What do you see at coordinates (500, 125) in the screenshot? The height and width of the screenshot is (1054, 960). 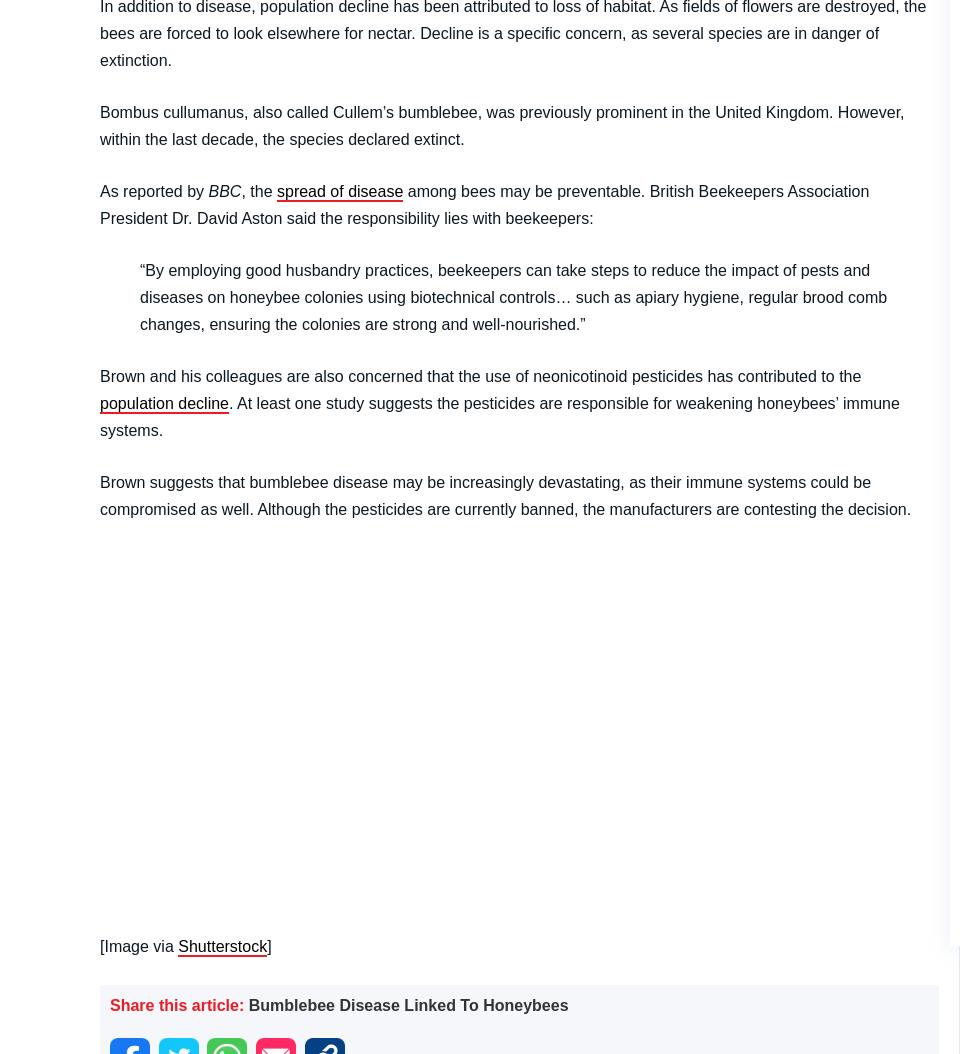 I see `'Bombus cullumanus, also called Cullem’s bumblebee, was previously prominent in the United Kingdom. However, within the last decade, the species declared extinct.'` at bounding box center [500, 125].